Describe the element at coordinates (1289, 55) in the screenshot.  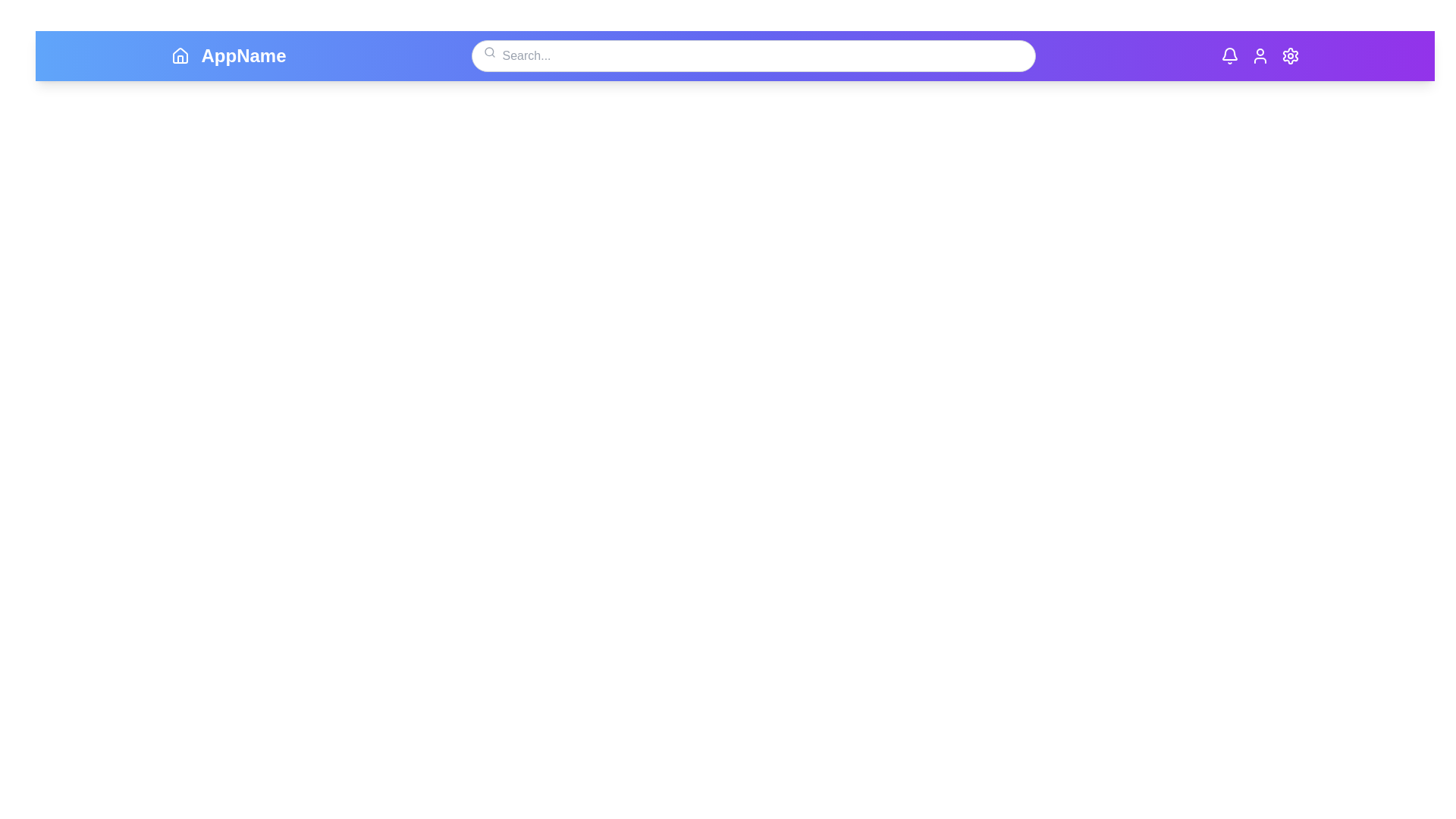
I see `the Settings icon to navigate` at that location.